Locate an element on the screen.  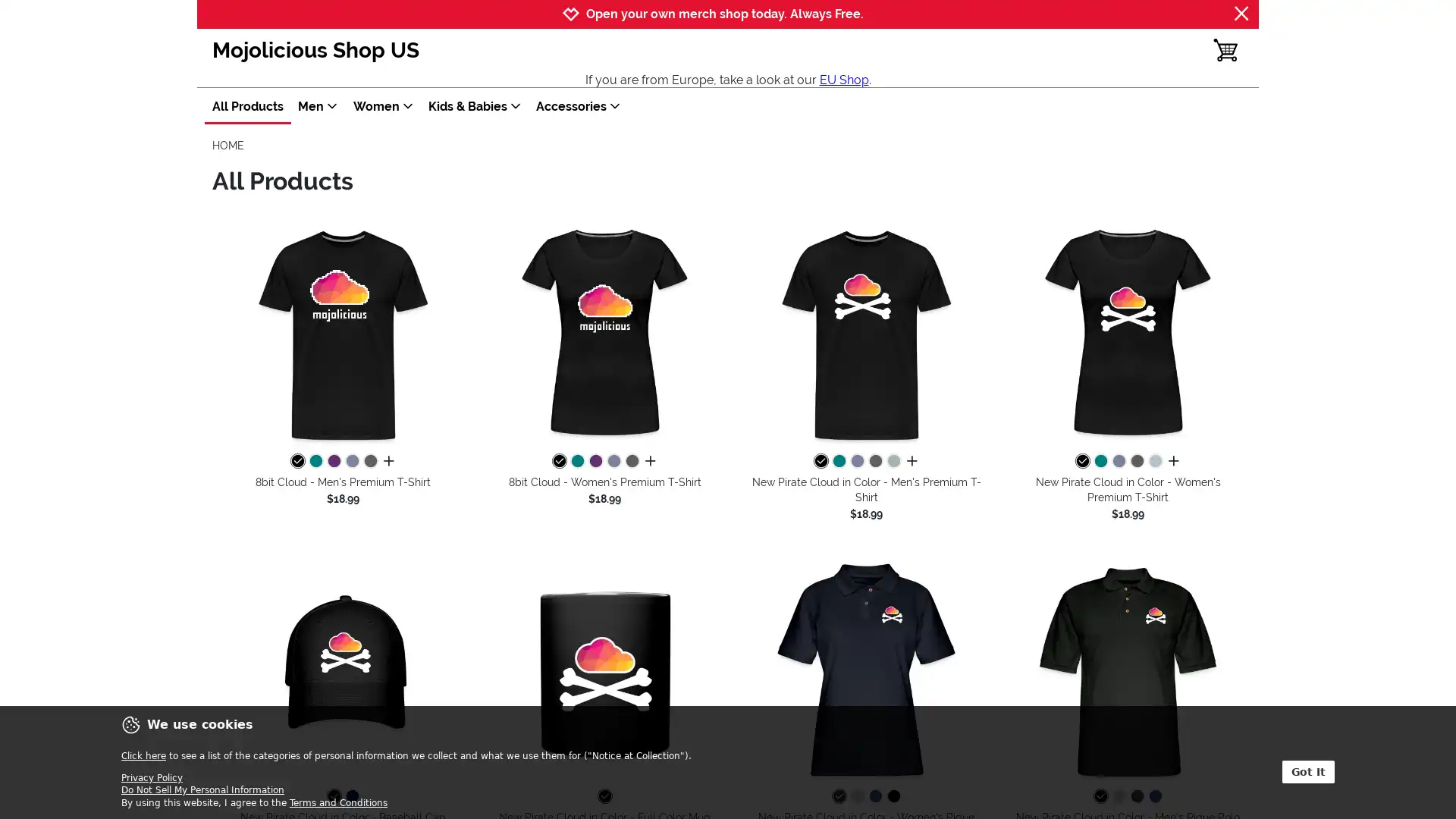
New Pirate Cloud in Color - Full Color Mug is located at coordinates (604, 668).